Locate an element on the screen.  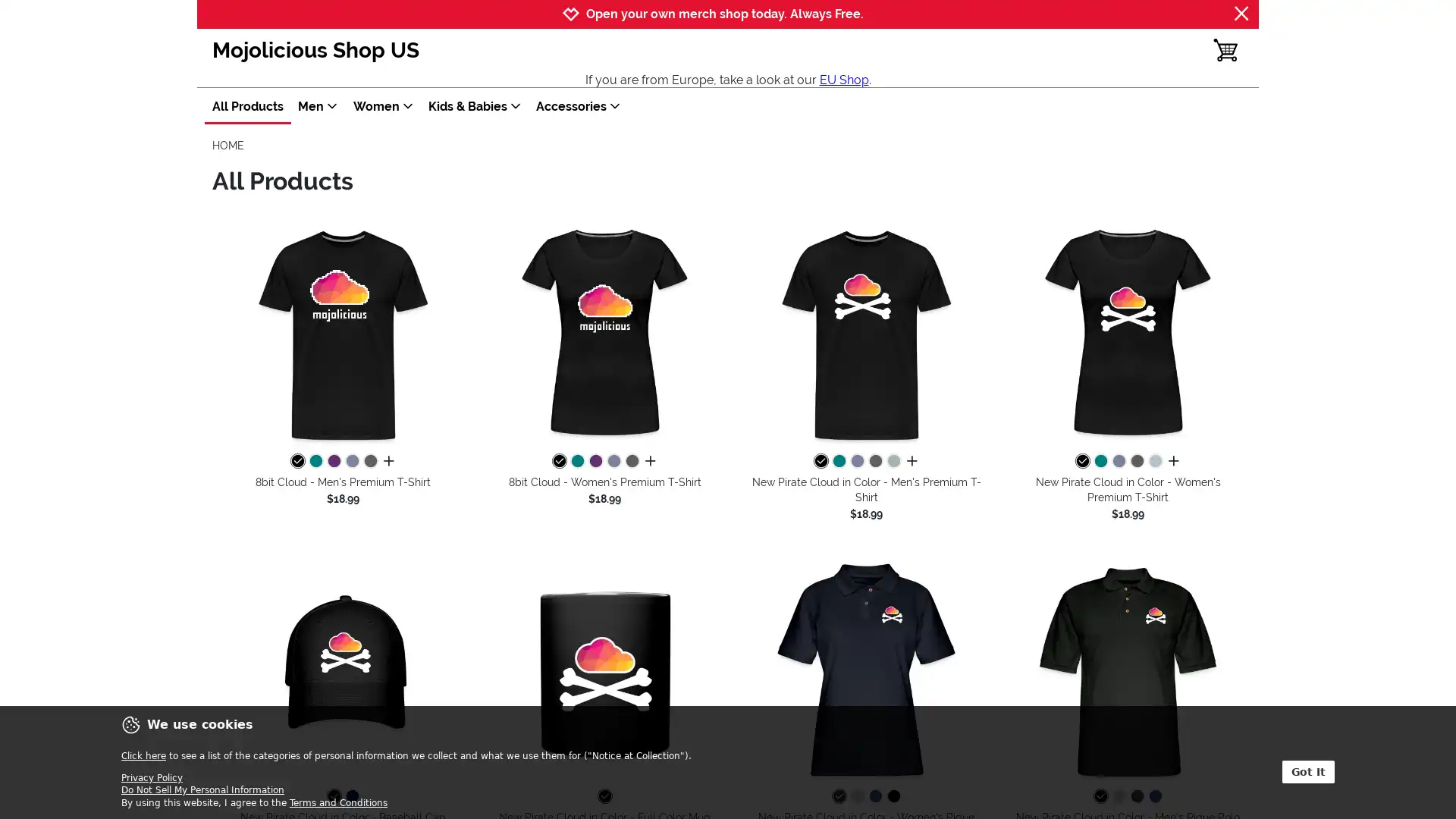
New Pirate Cloud in Color - Full Color Mug is located at coordinates (604, 668).